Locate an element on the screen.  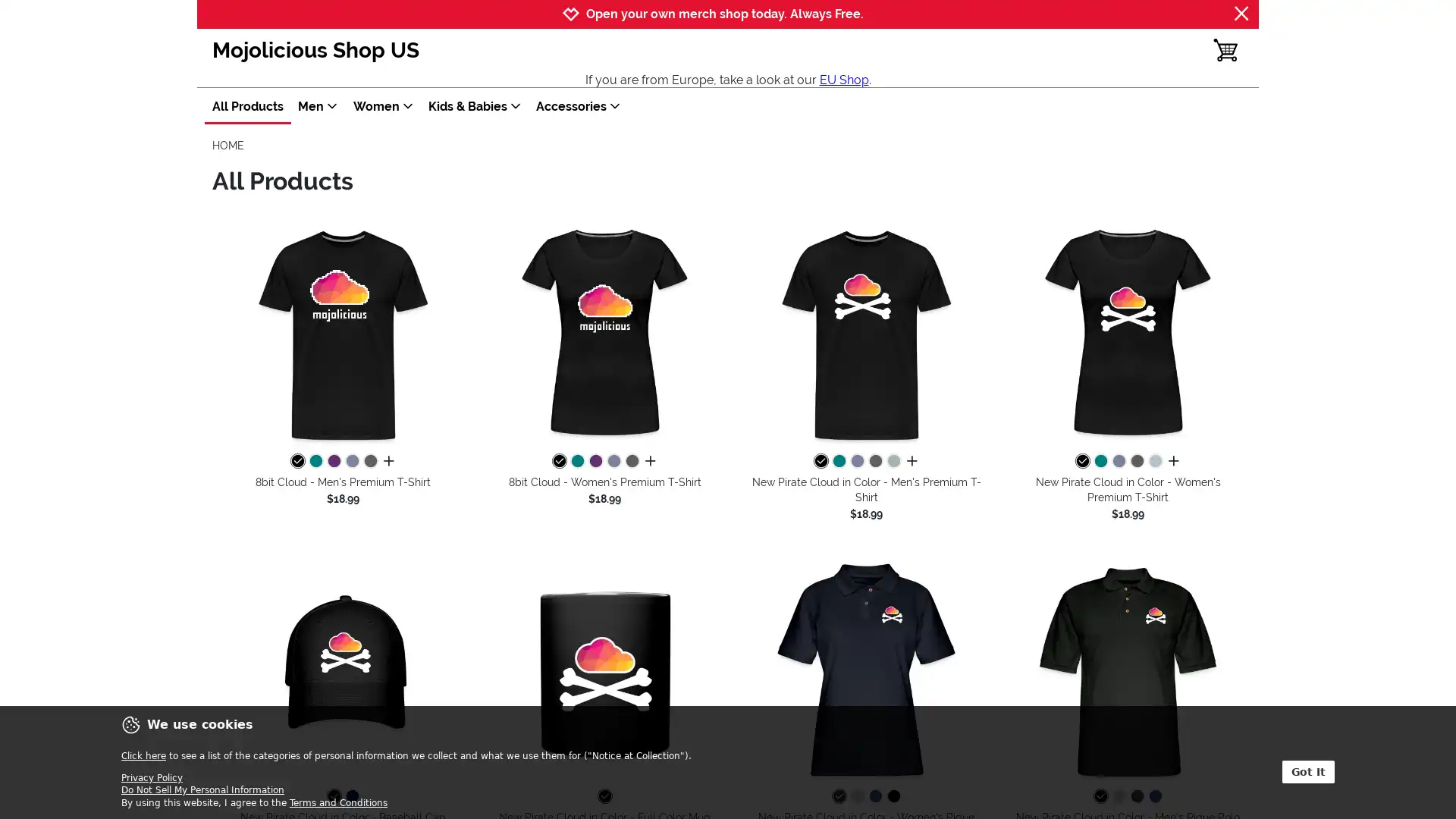
New Pirate Cloud in Color - Full Color Mug is located at coordinates (604, 668).